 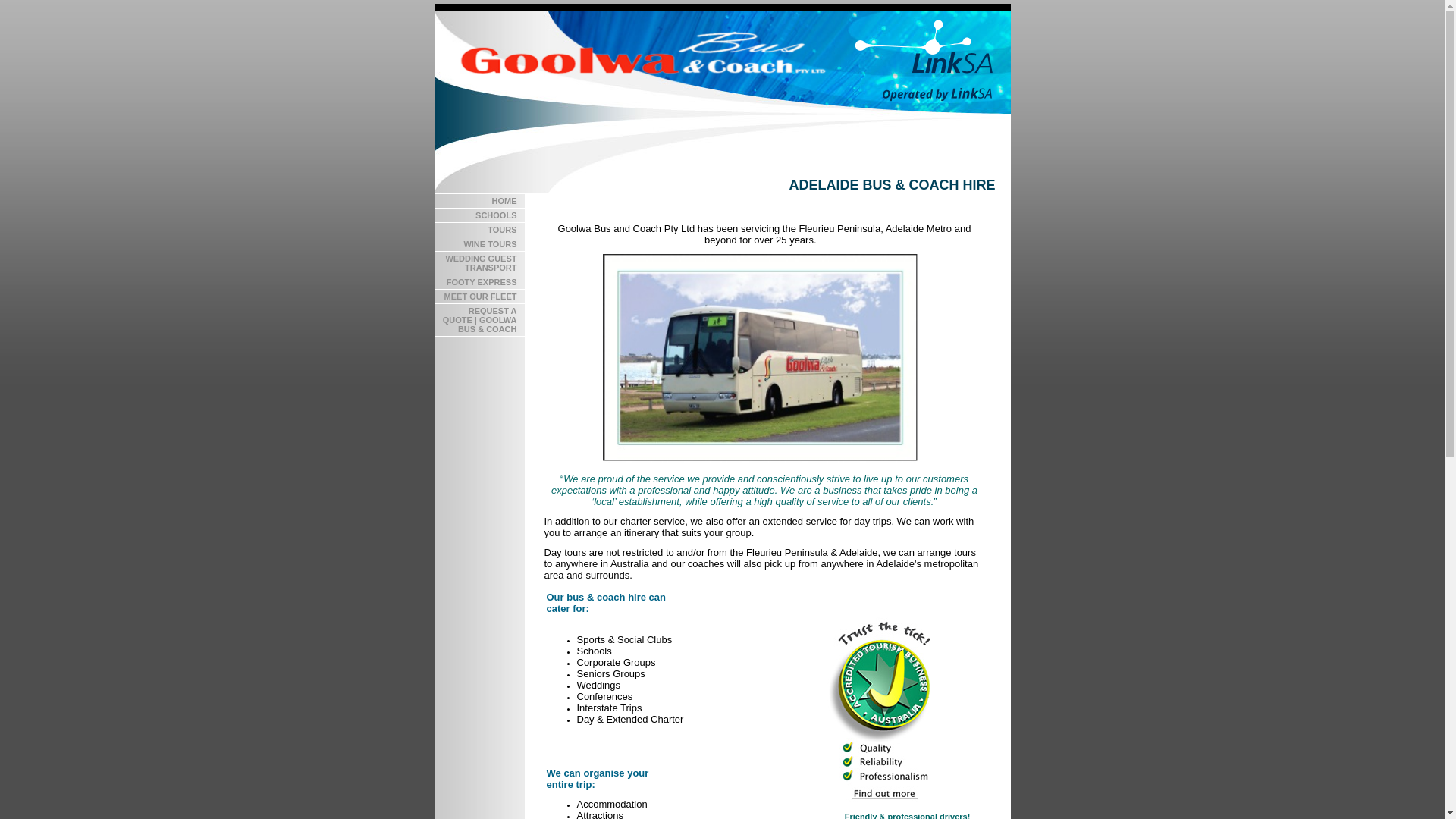 What do you see at coordinates (478, 282) in the screenshot?
I see `'FOOTY EXPRESS'` at bounding box center [478, 282].